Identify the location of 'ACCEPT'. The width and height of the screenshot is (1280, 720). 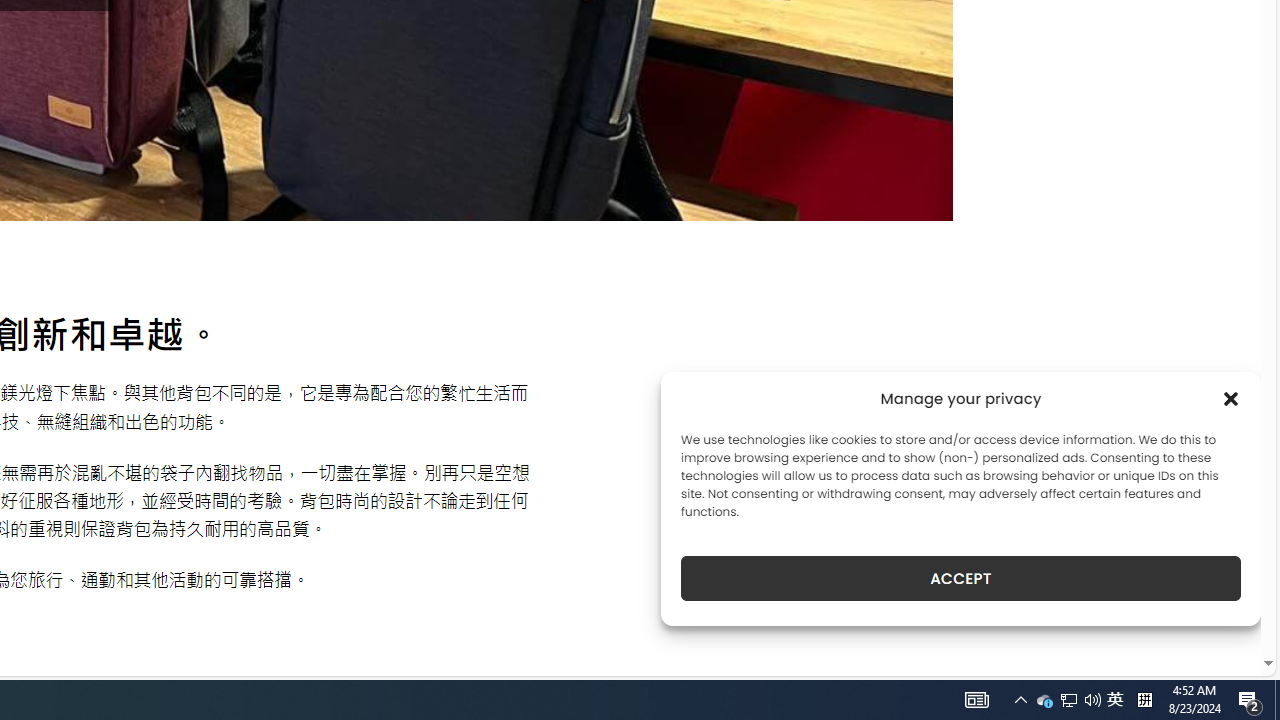
(961, 578).